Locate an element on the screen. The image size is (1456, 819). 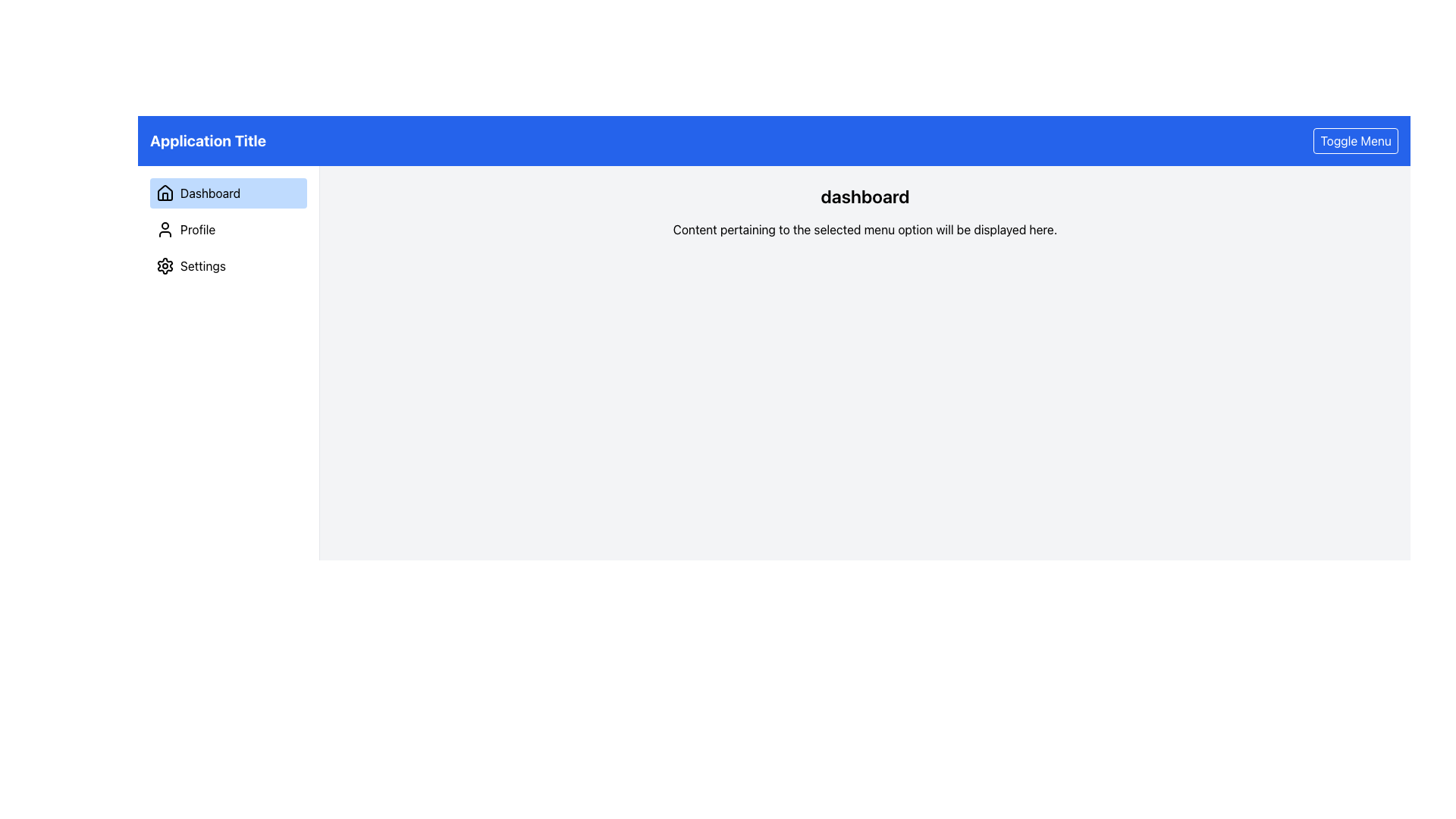
the 'Dashboard' navigation button located in the vertical menu on the left side of the interface to observe hover effects is located at coordinates (227, 192).